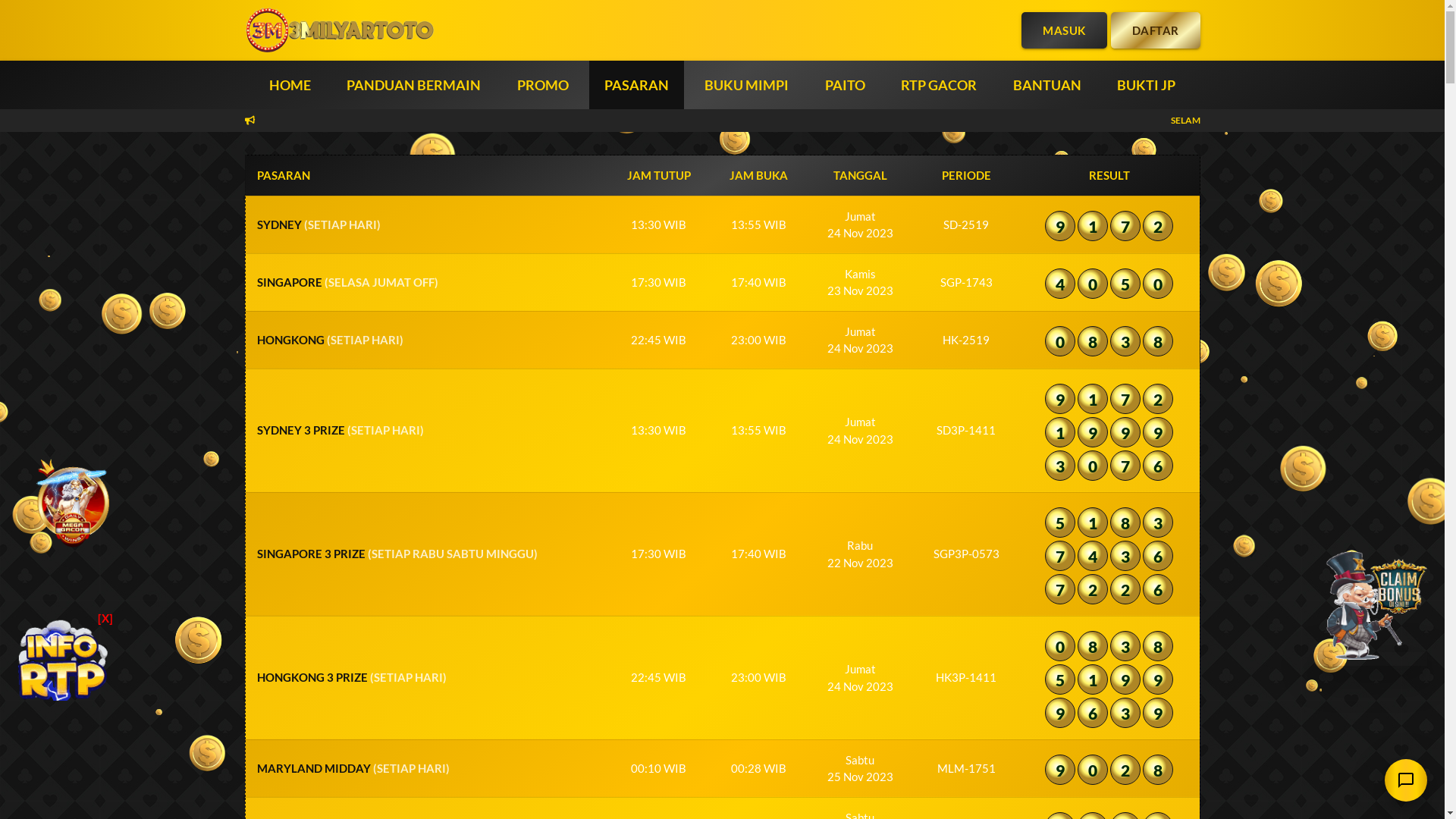  What do you see at coordinates (1146, 84) in the screenshot?
I see `'BUKTI JP'` at bounding box center [1146, 84].